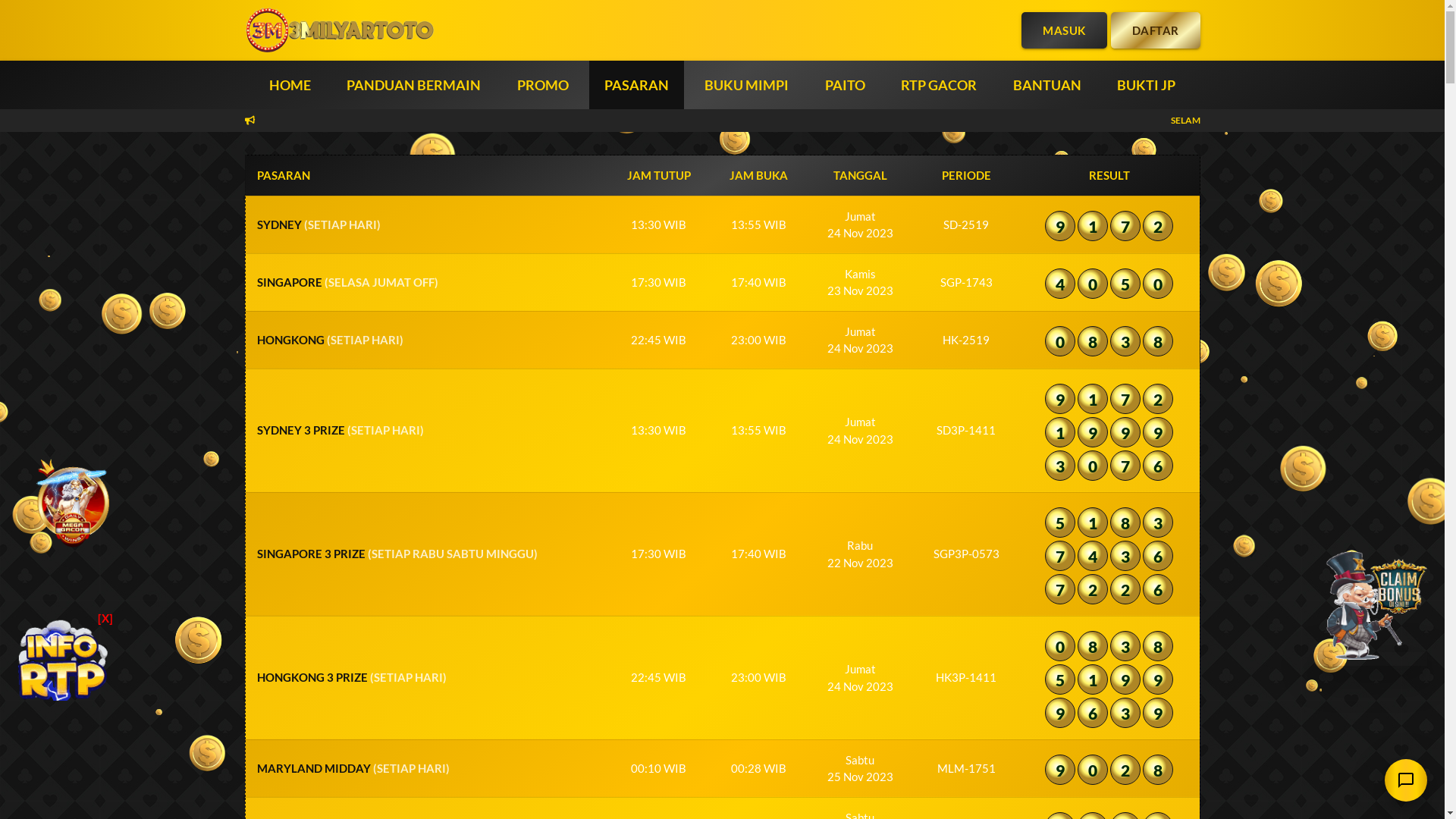  What do you see at coordinates (1146, 84) in the screenshot?
I see `'BUKTI JP'` at bounding box center [1146, 84].